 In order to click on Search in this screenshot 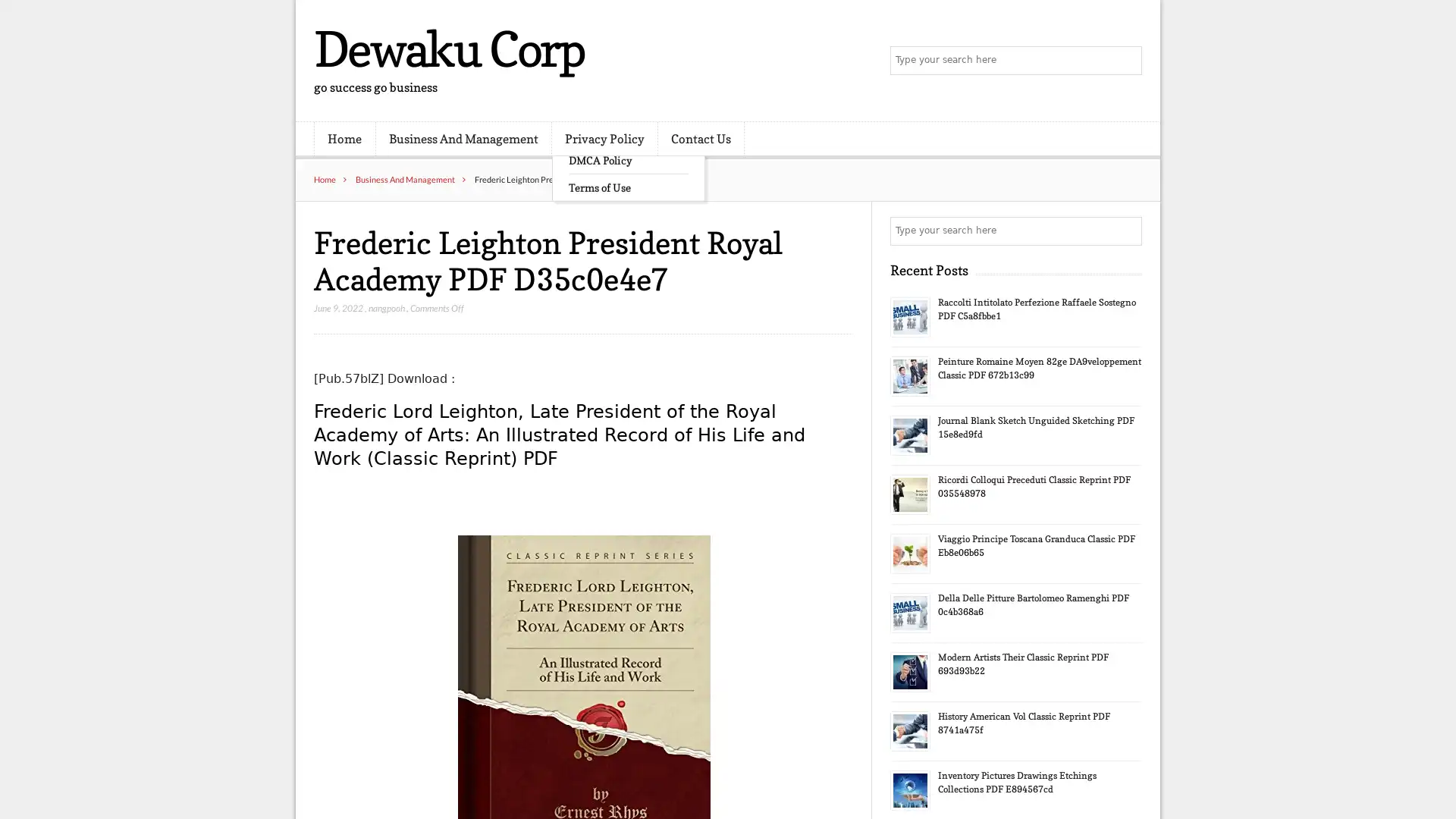, I will do `click(1126, 61)`.